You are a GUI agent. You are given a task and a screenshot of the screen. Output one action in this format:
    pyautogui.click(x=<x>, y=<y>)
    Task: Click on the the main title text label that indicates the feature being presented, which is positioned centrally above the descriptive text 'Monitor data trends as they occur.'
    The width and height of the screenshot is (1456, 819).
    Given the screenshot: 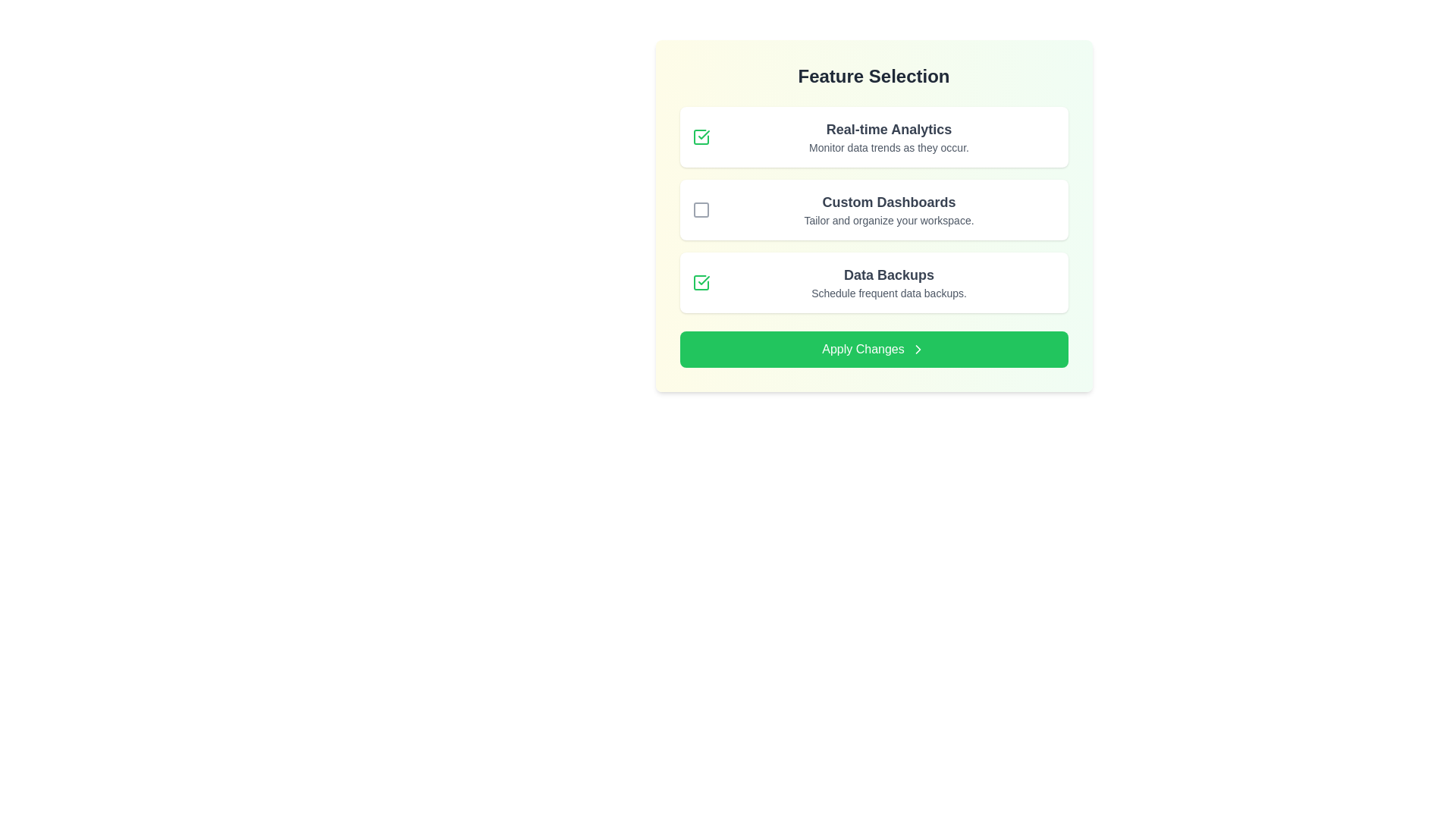 What is the action you would take?
    pyautogui.click(x=889, y=128)
    